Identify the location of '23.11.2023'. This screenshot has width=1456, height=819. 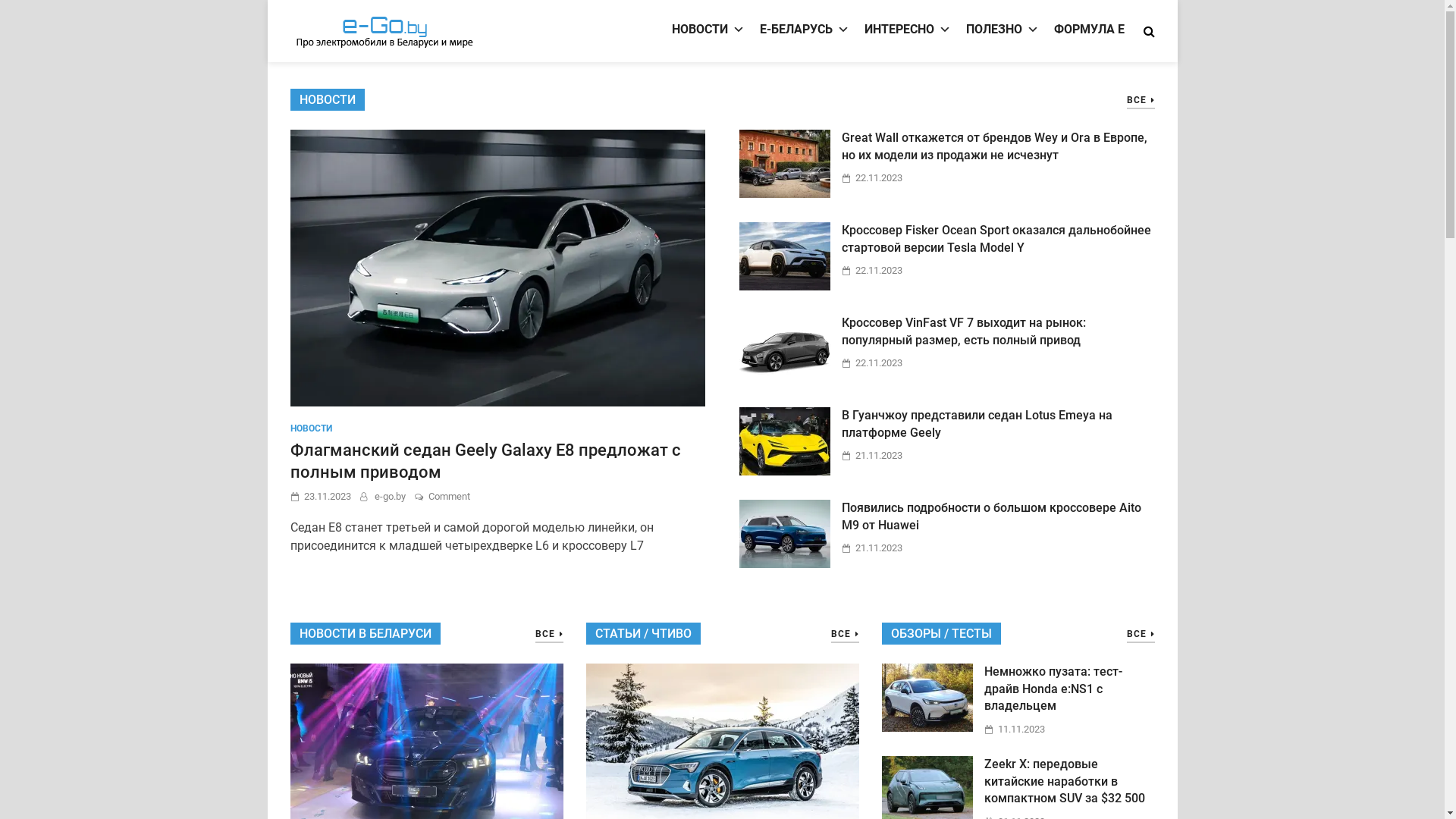
(326, 496).